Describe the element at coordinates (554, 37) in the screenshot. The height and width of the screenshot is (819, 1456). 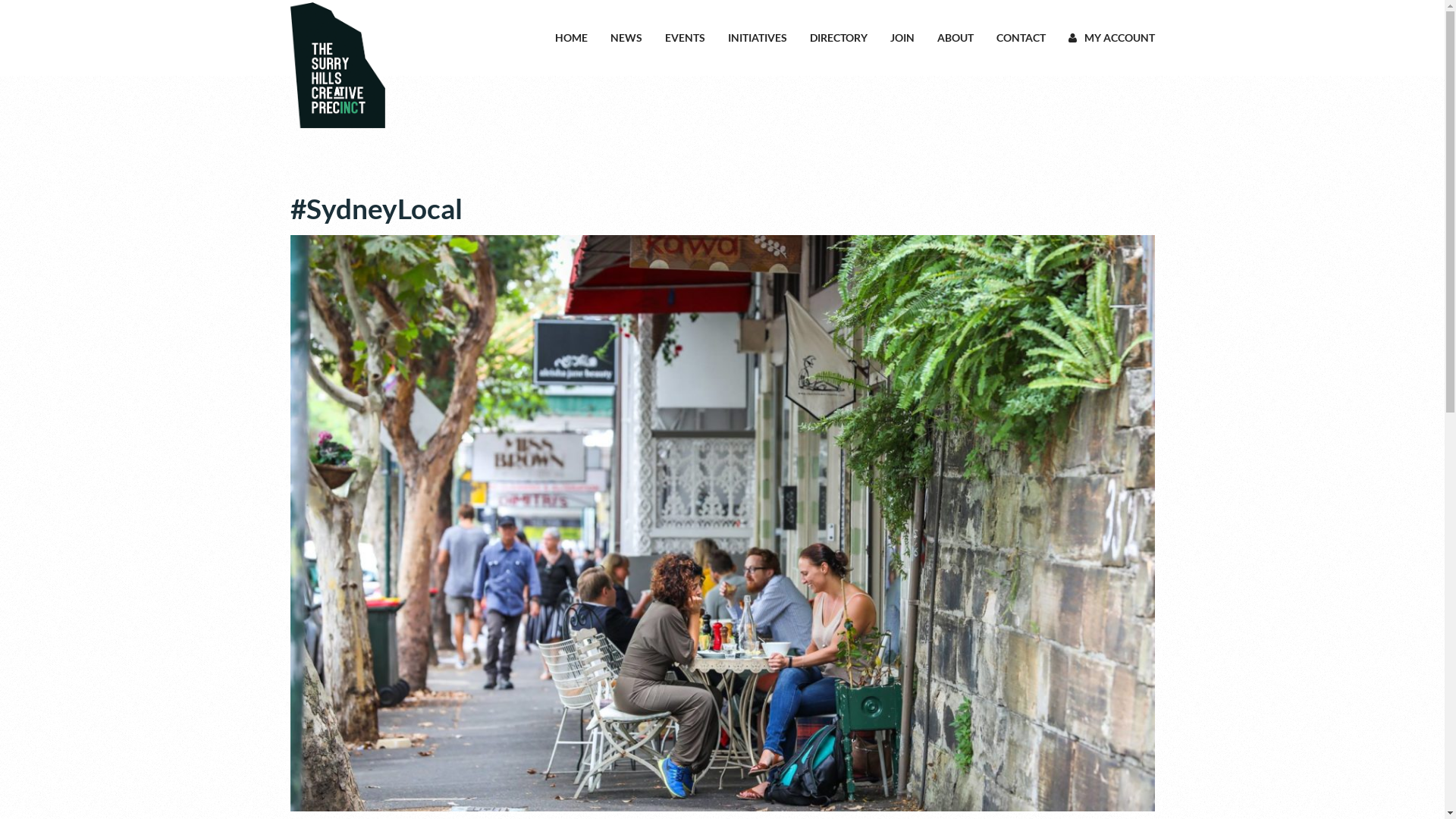
I see `'HOME'` at that location.